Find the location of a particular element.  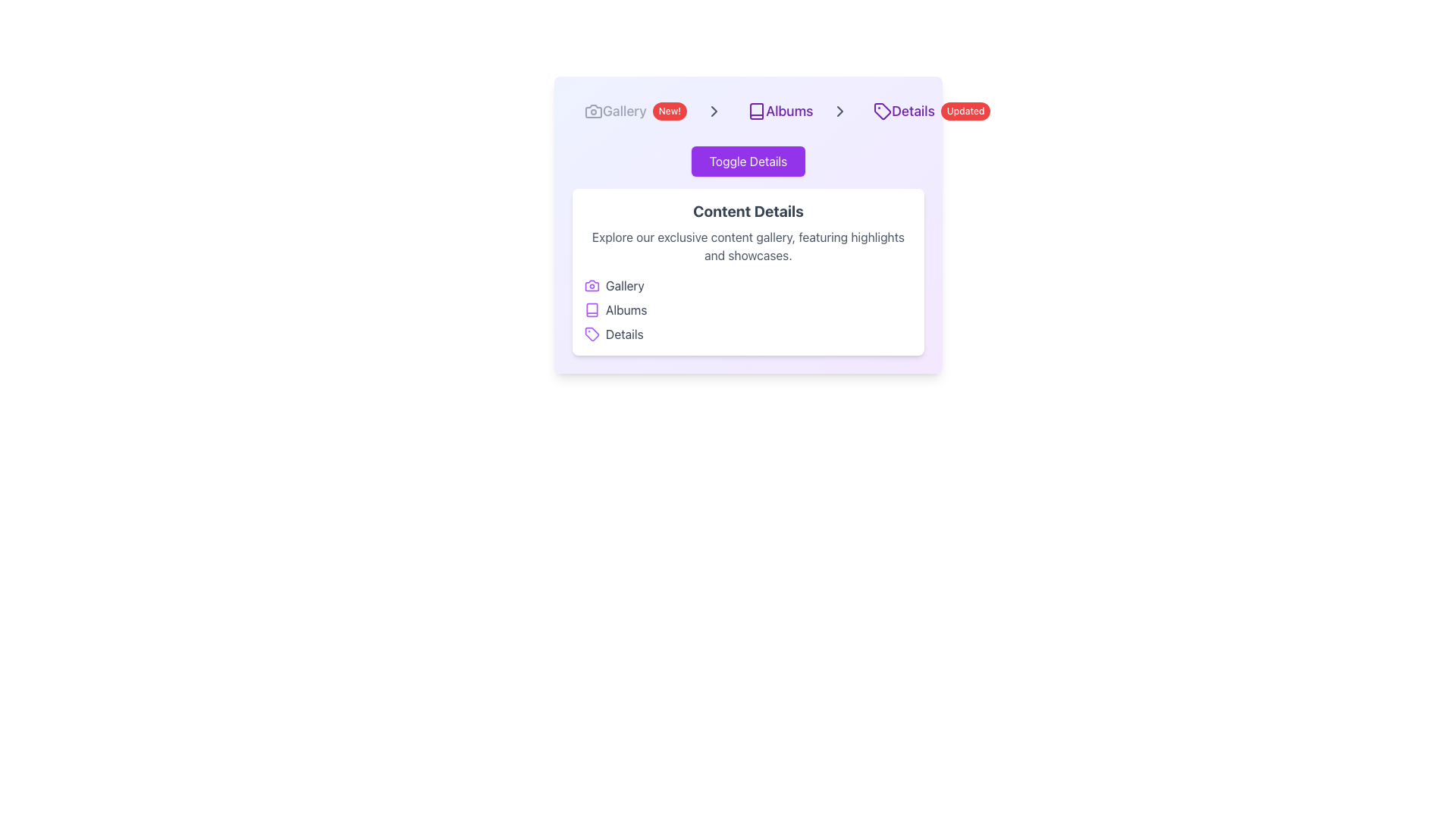

the Albums Icon located in the breadcrumb navigation bar, which visually represents the 'Albums' section next to the text 'Albums' is located at coordinates (757, 110).